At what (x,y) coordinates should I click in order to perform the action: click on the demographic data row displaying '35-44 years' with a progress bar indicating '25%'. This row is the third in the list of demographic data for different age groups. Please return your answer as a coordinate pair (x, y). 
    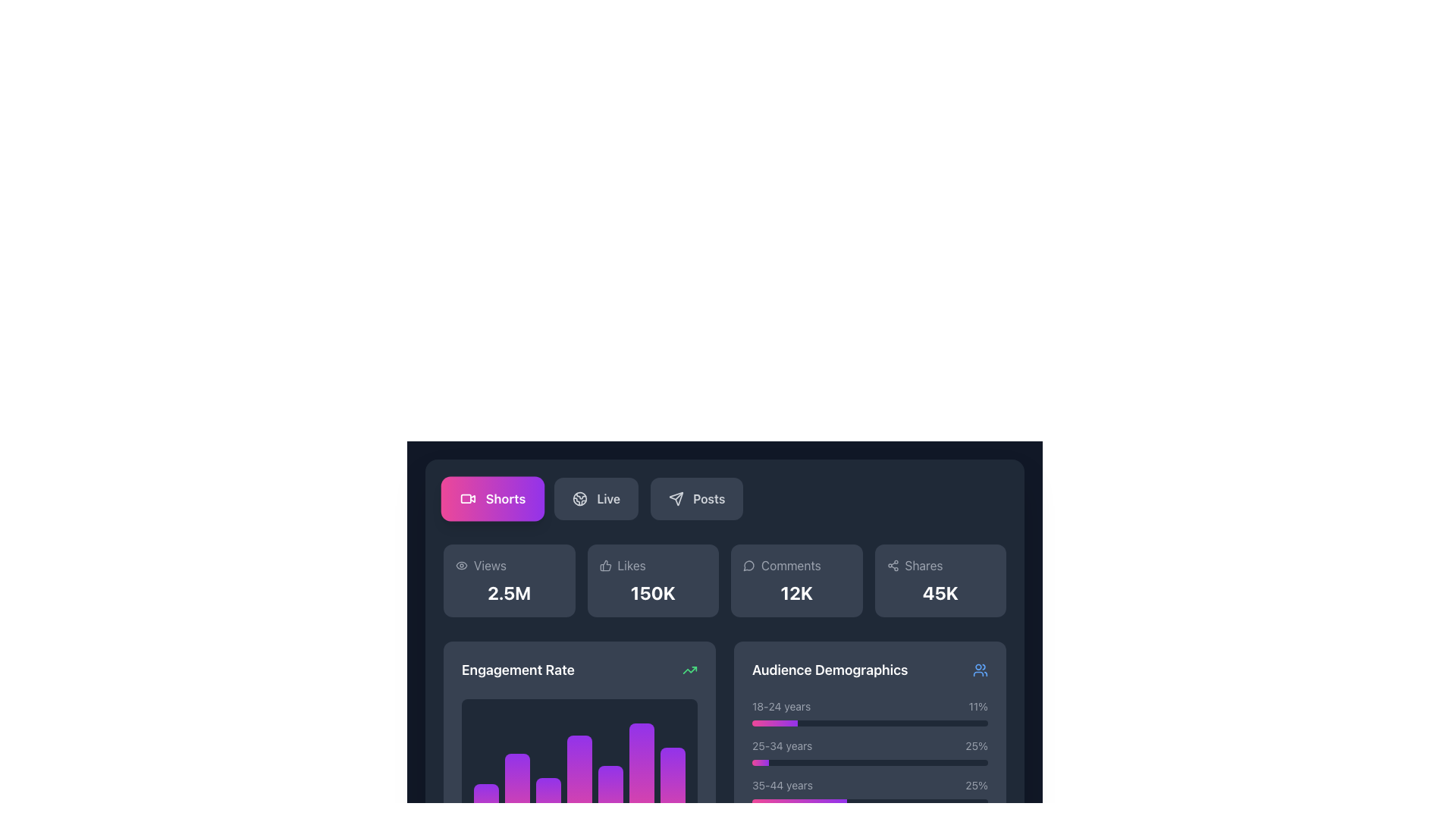
    Looking at the image, I should click on (870, 791).